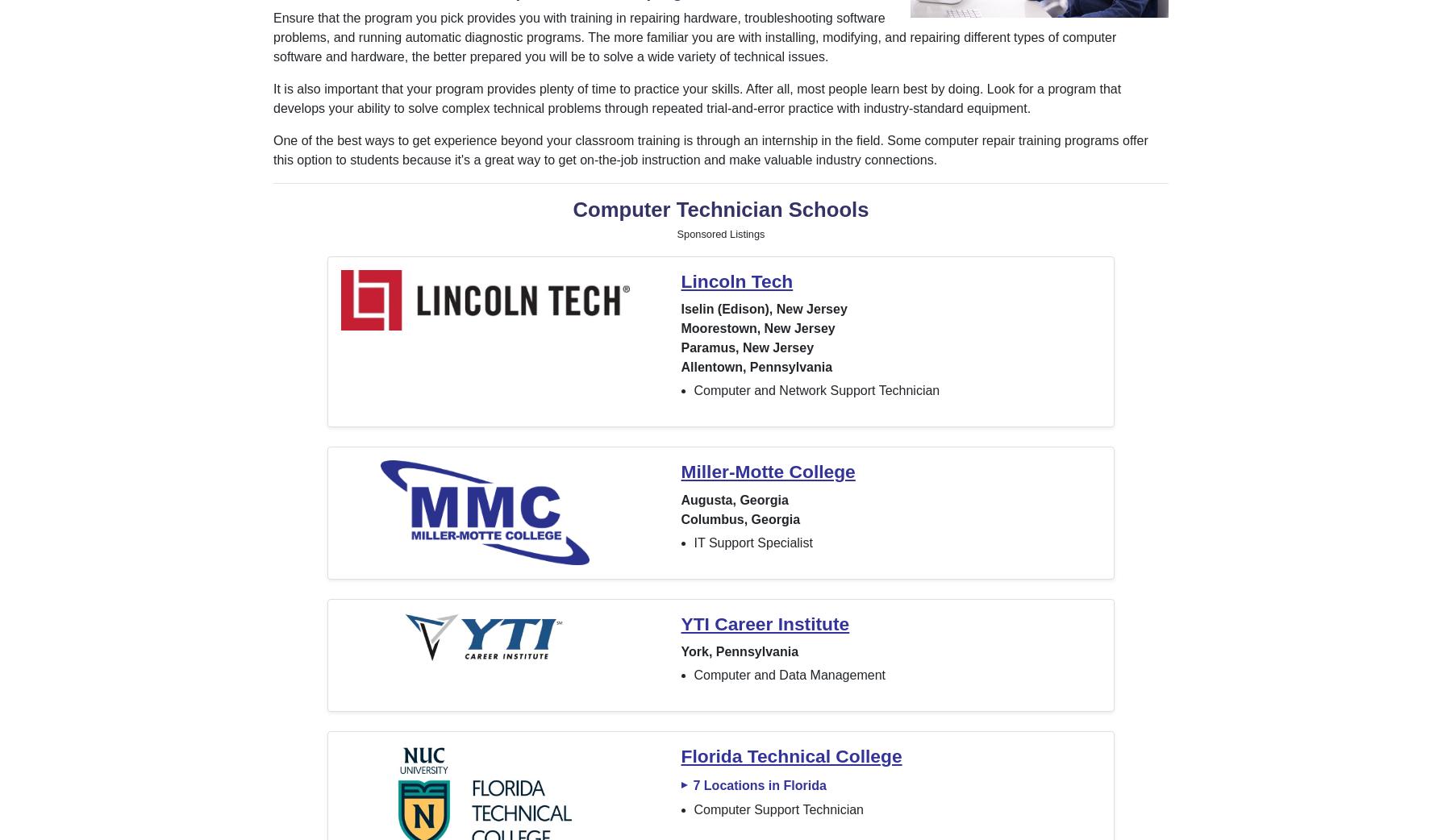 This screenshot has width=1442, height=840. What do you see at coordinates (709, 149) in the screenshot?
I see `'One of the best ways to get experience beyond your classroom training is through an internship in the field. Some computer repair training programs offer this option to students because it's a great way to get on-the-job instruction and make valuable industry connections.'` at bounding box center [709, 149].